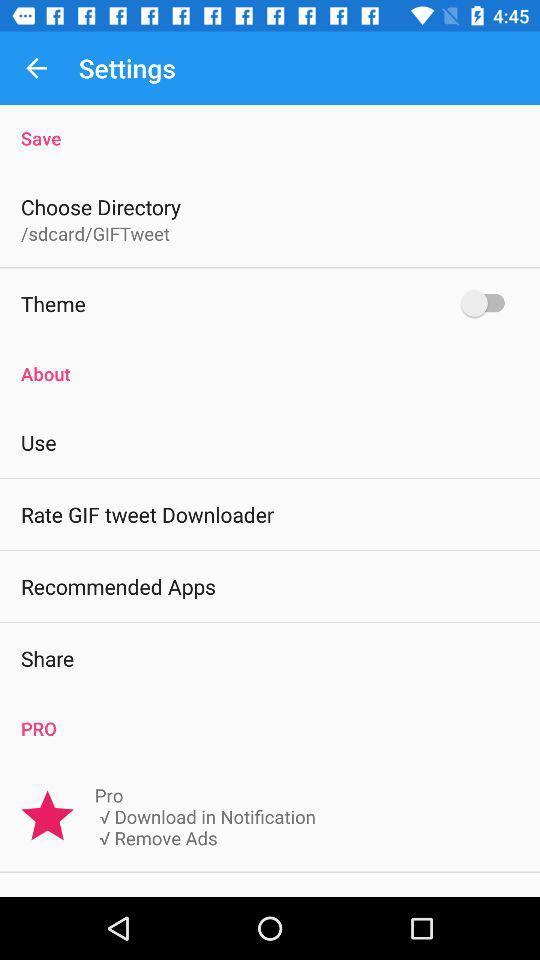 This screenshot has height=960, width=540. What do you see at coordinates (270, 362) in the screenshot?
I see `the about item` at bounding box center [270, 362].